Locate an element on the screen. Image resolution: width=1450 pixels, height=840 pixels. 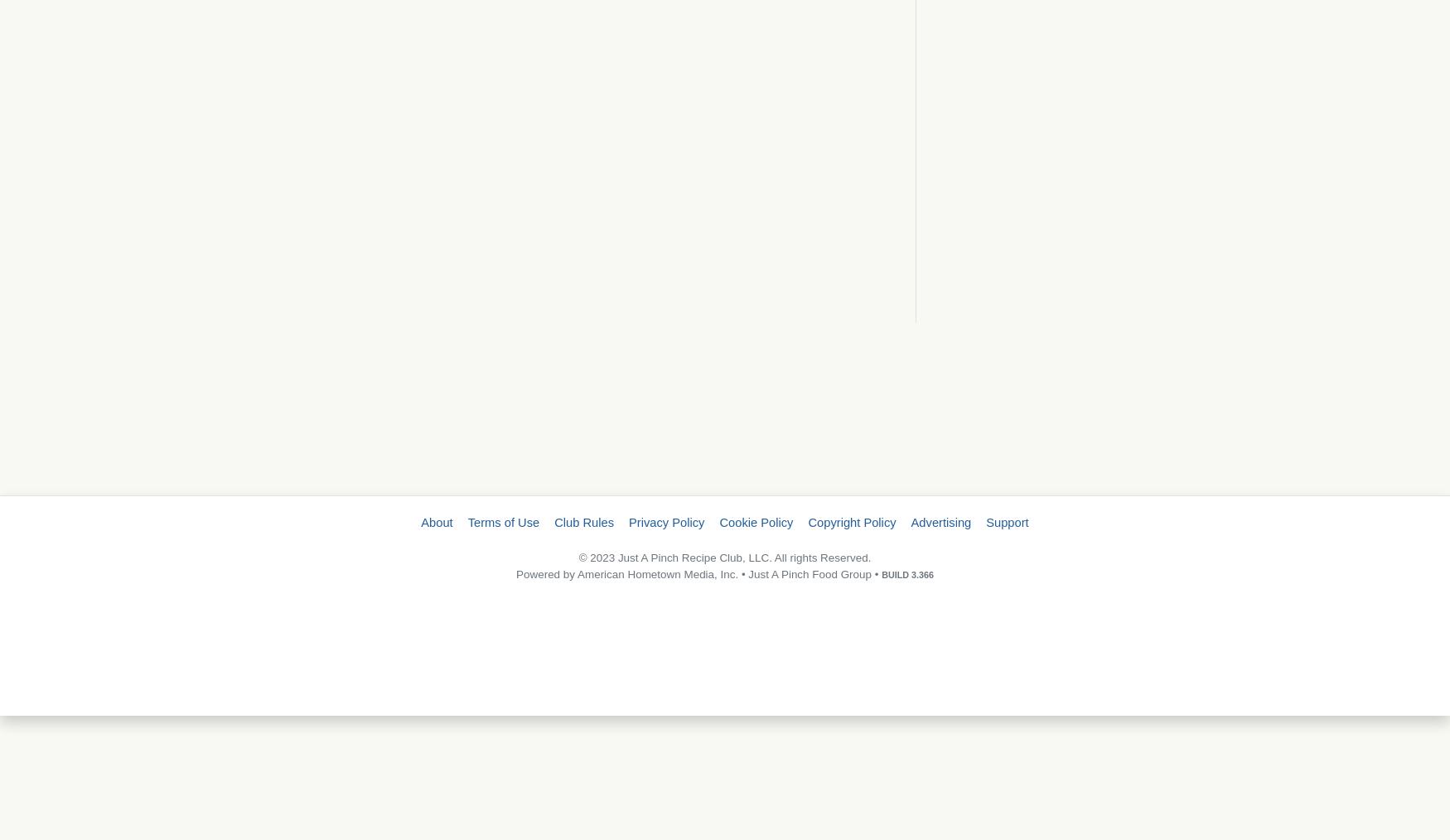
'Club Rules' is located at coordinates (584, 523).